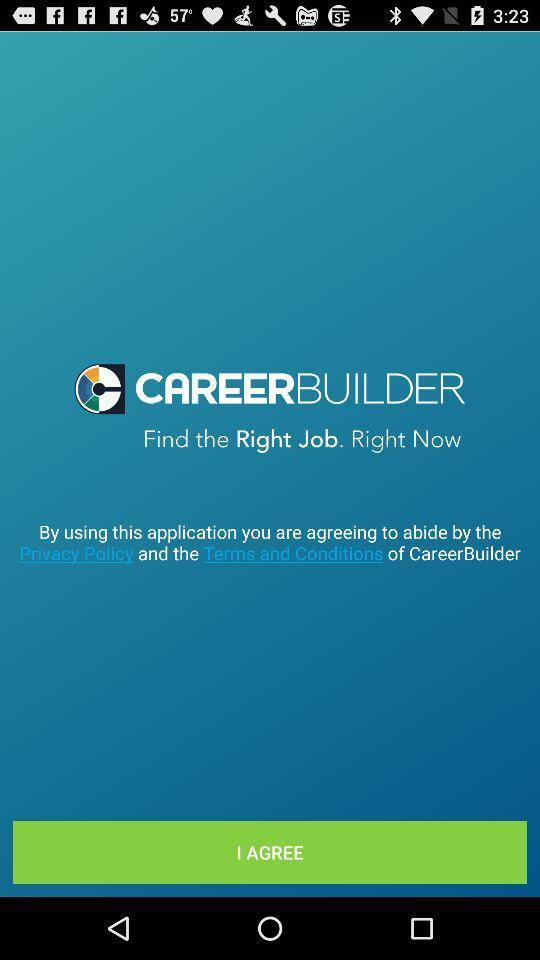  What do you see at coordinates (270, 851) in the screenshot?
I see `item below by using this icon` at bounding box center [270, 851].